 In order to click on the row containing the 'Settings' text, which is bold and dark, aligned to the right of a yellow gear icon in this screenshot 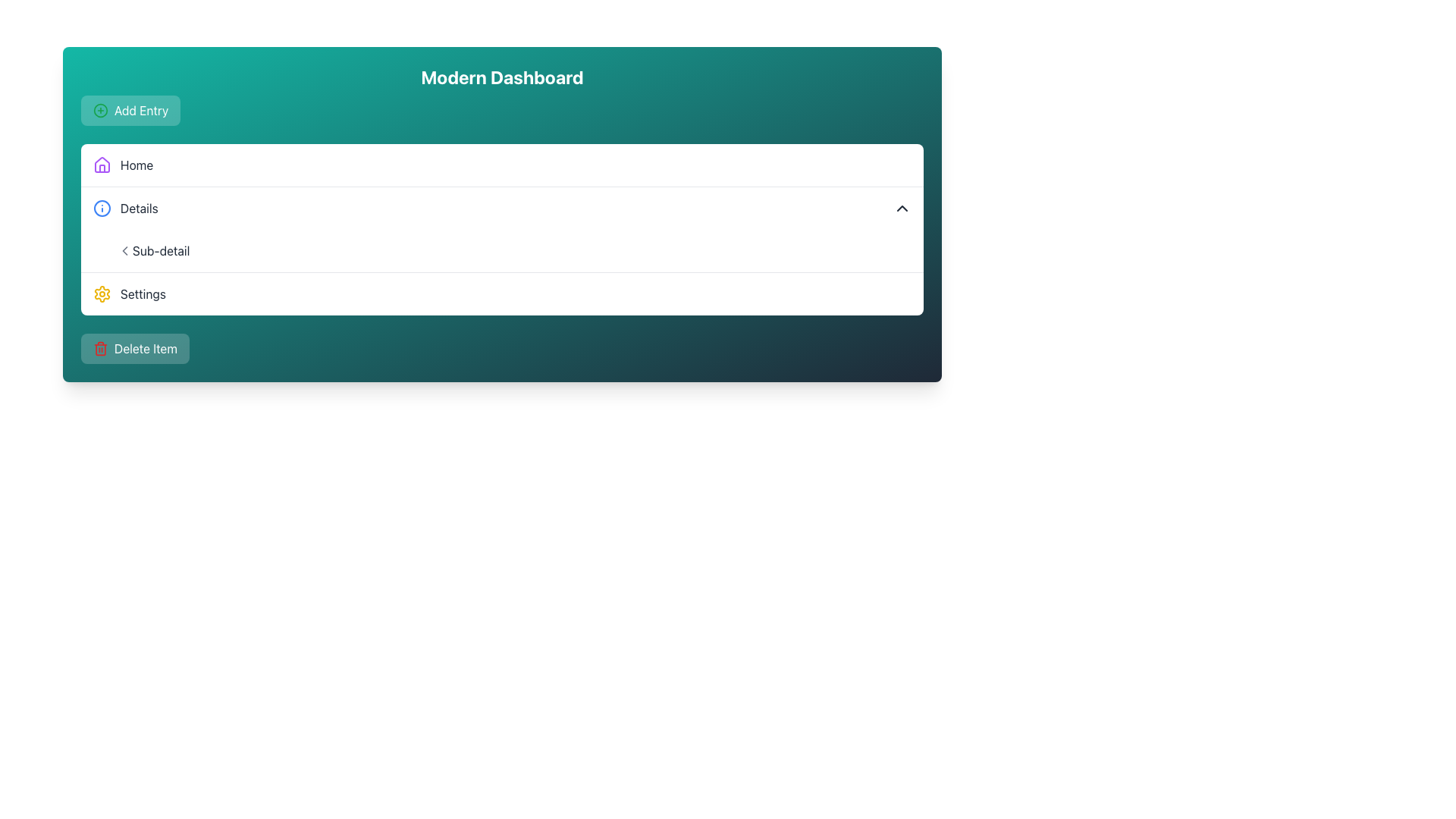, I will do `click(143, 294)`.